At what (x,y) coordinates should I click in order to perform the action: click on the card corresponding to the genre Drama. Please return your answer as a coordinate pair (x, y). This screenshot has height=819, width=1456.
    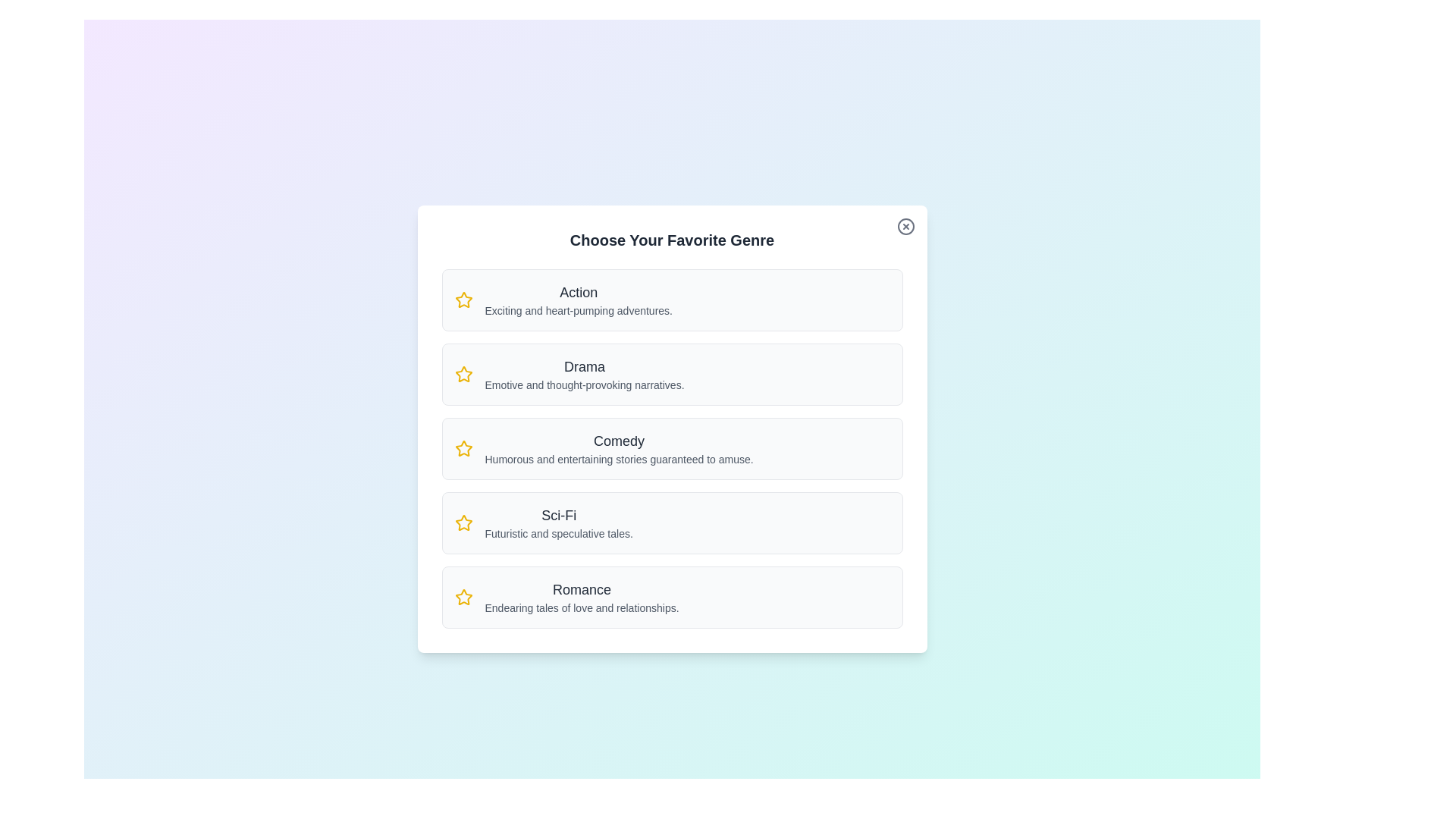
    Looking at the image, I should click on (671, 374).